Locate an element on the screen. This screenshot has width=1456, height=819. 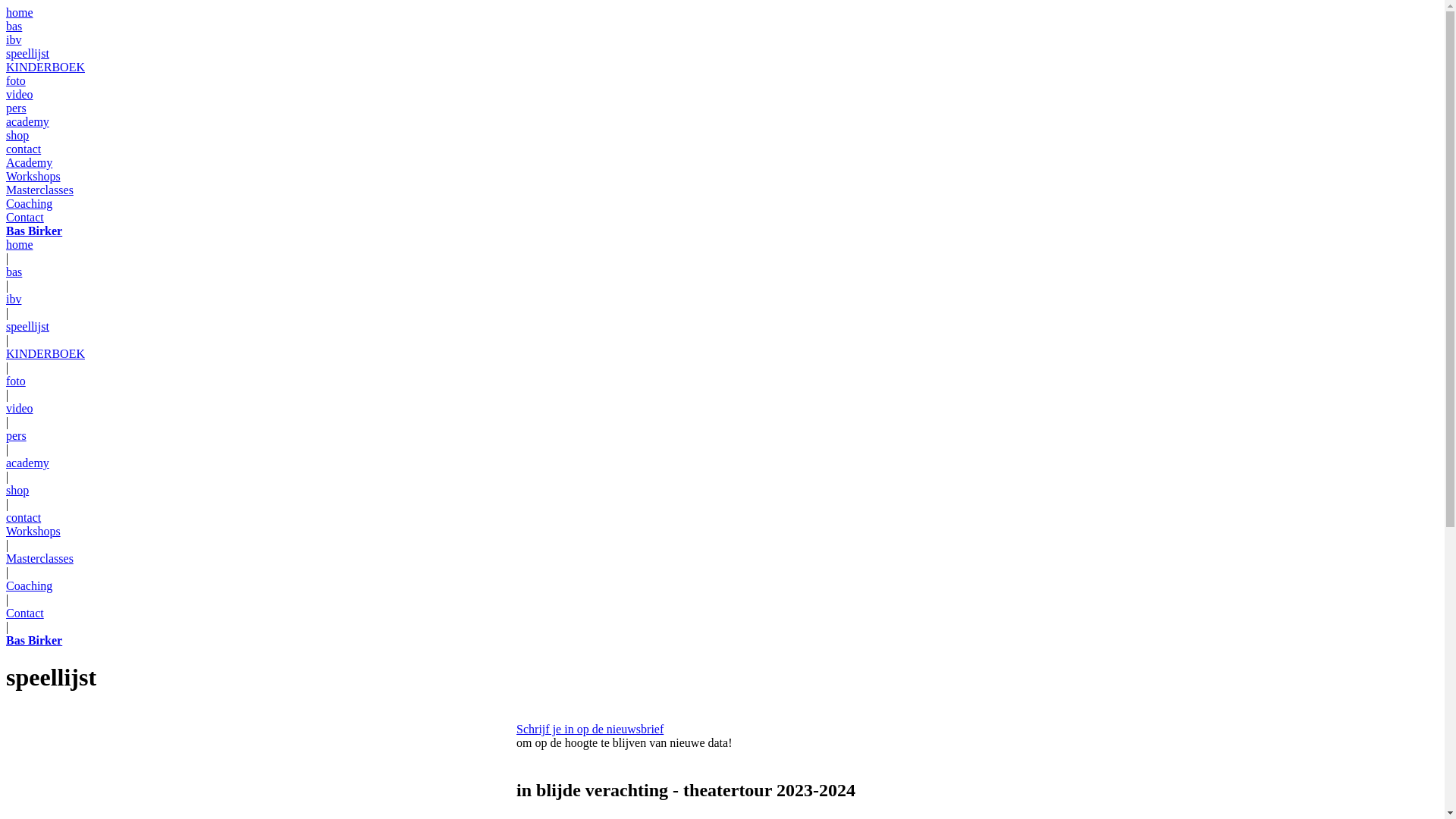
'Contact' is located at coordinates (25, 217).